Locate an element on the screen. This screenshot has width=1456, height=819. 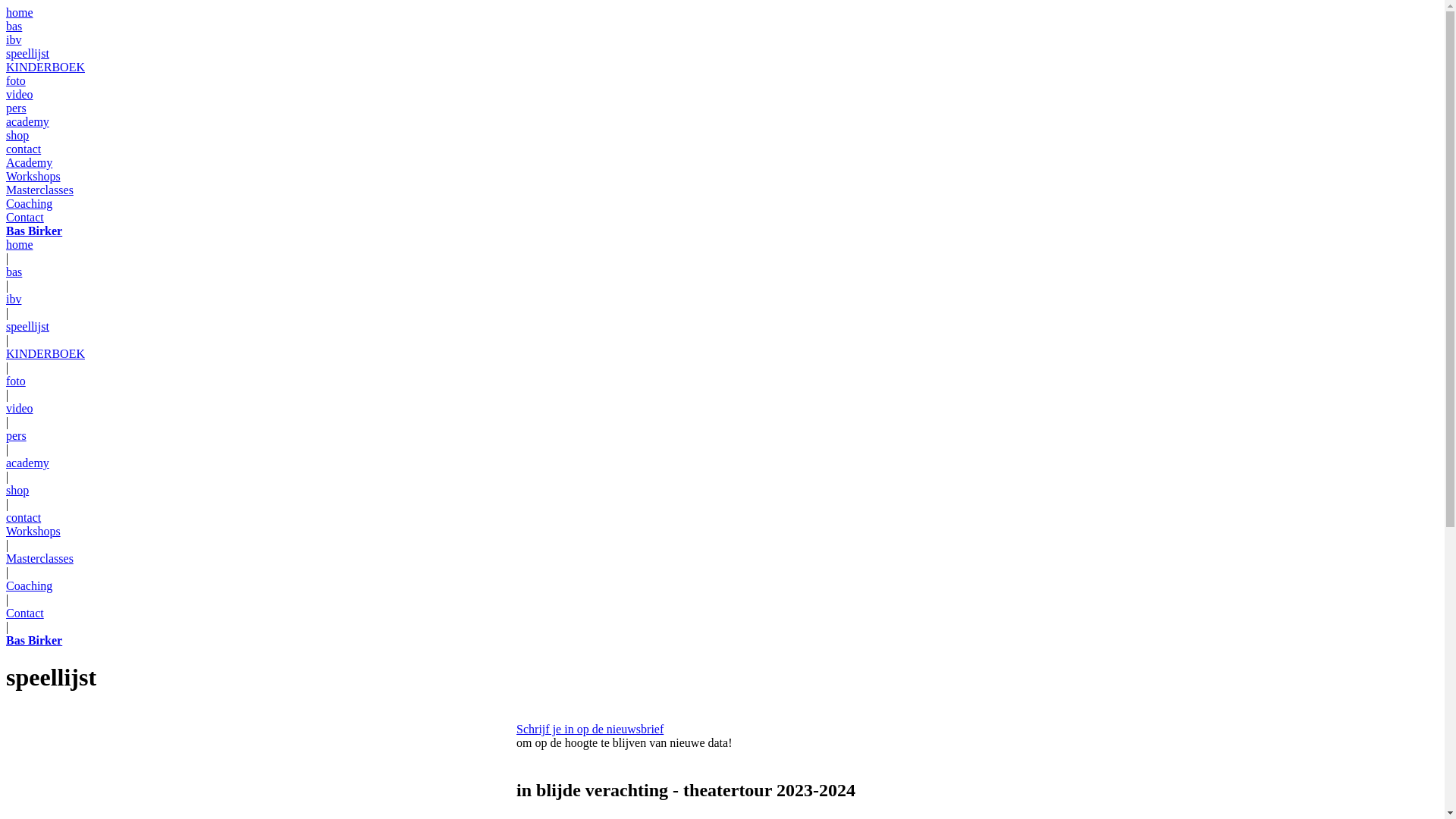
'Contact' is located at coordinates (25, 217).